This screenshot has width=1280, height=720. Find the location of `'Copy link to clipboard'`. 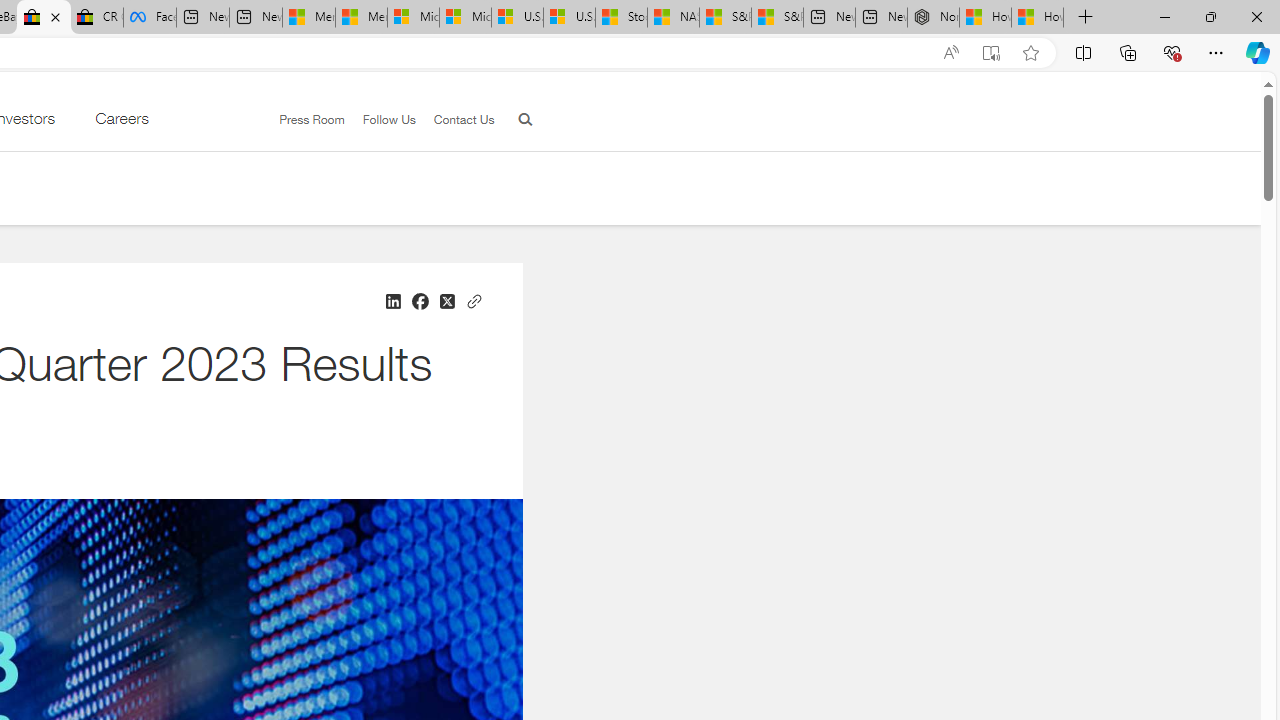

'Copy link to clipboard' is located at coordinates (472, 299).